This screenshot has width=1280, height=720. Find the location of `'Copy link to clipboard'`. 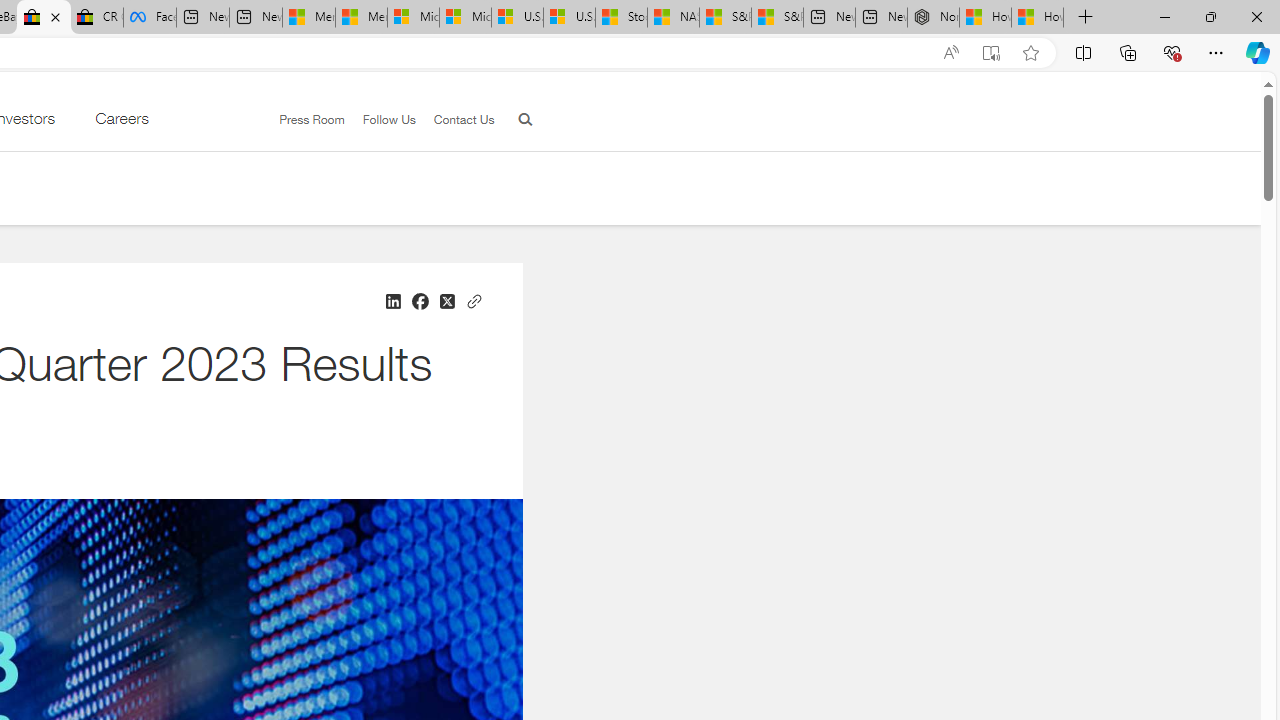

'Copy link to clipboard' is located at coordinates (472, 299).